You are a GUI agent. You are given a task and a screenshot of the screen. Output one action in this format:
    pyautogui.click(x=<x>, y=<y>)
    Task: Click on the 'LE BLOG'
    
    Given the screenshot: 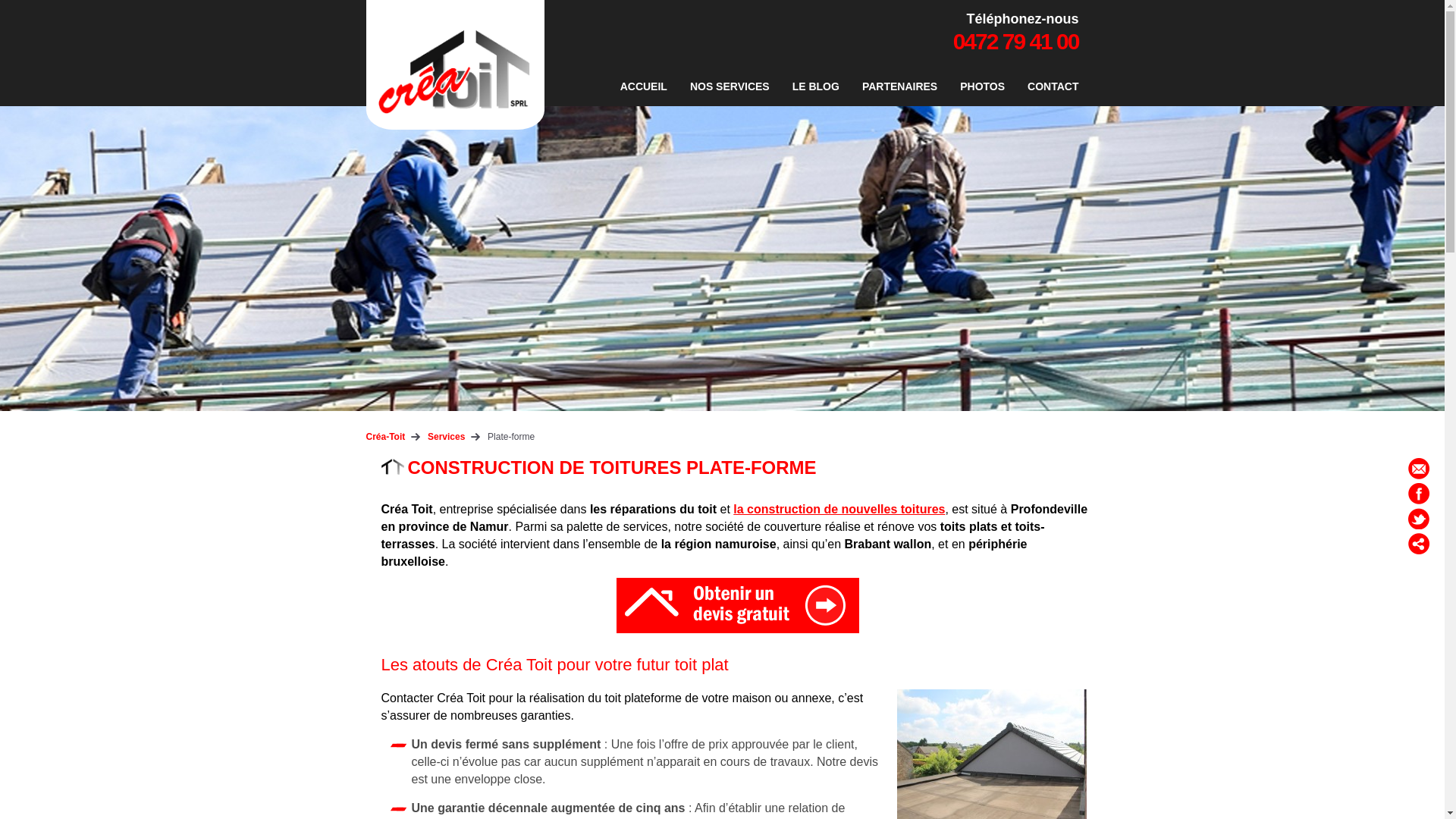 What is the action you would take?
    pyautogui.click(x=785, y=86)
    